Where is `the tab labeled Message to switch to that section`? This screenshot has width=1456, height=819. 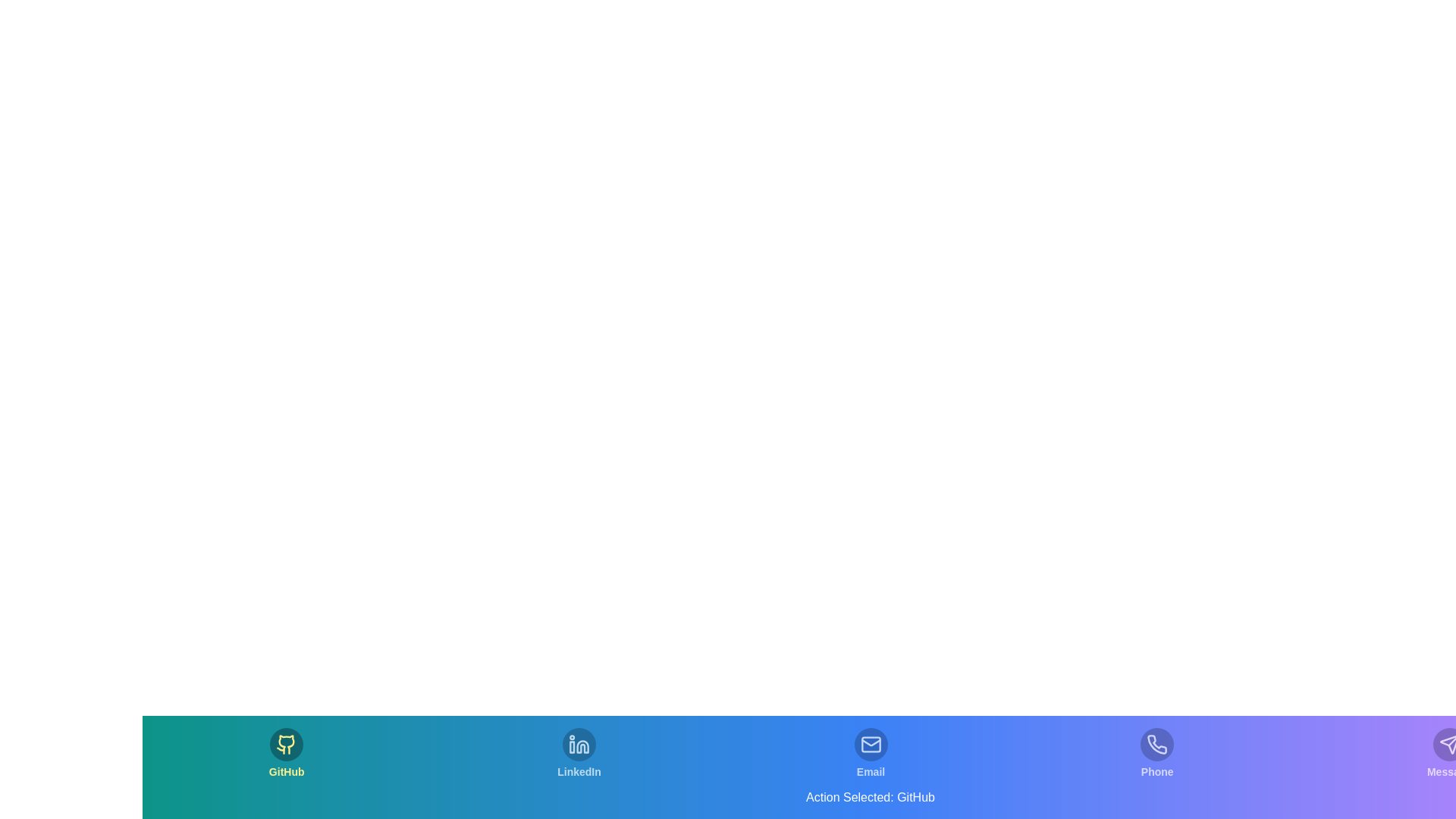 the tab labeled Message to switch to that section is located at coordinates (1448, 754).